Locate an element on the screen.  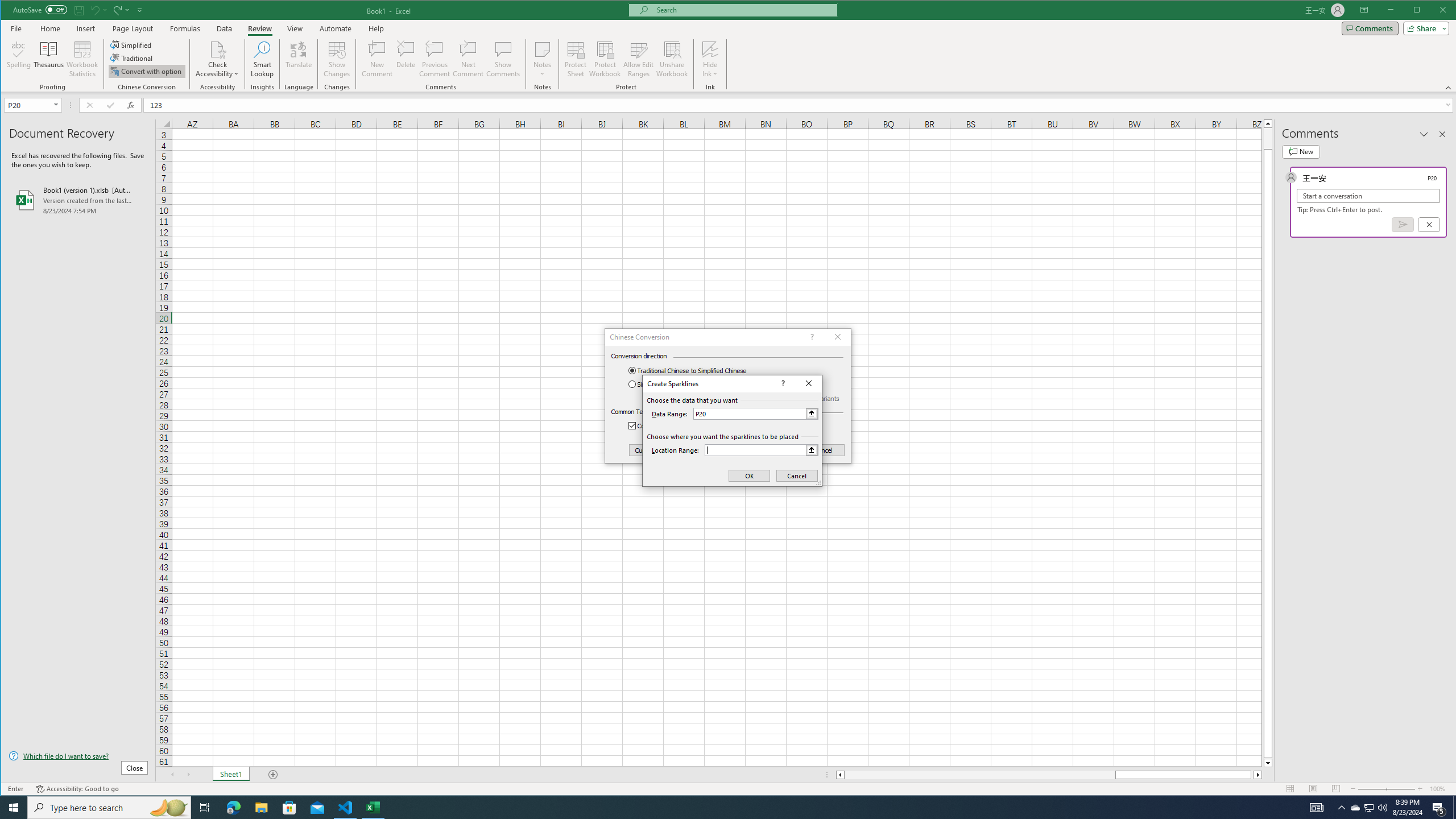
'Allow Edit Ranges' is located at coordinates (638, 59).